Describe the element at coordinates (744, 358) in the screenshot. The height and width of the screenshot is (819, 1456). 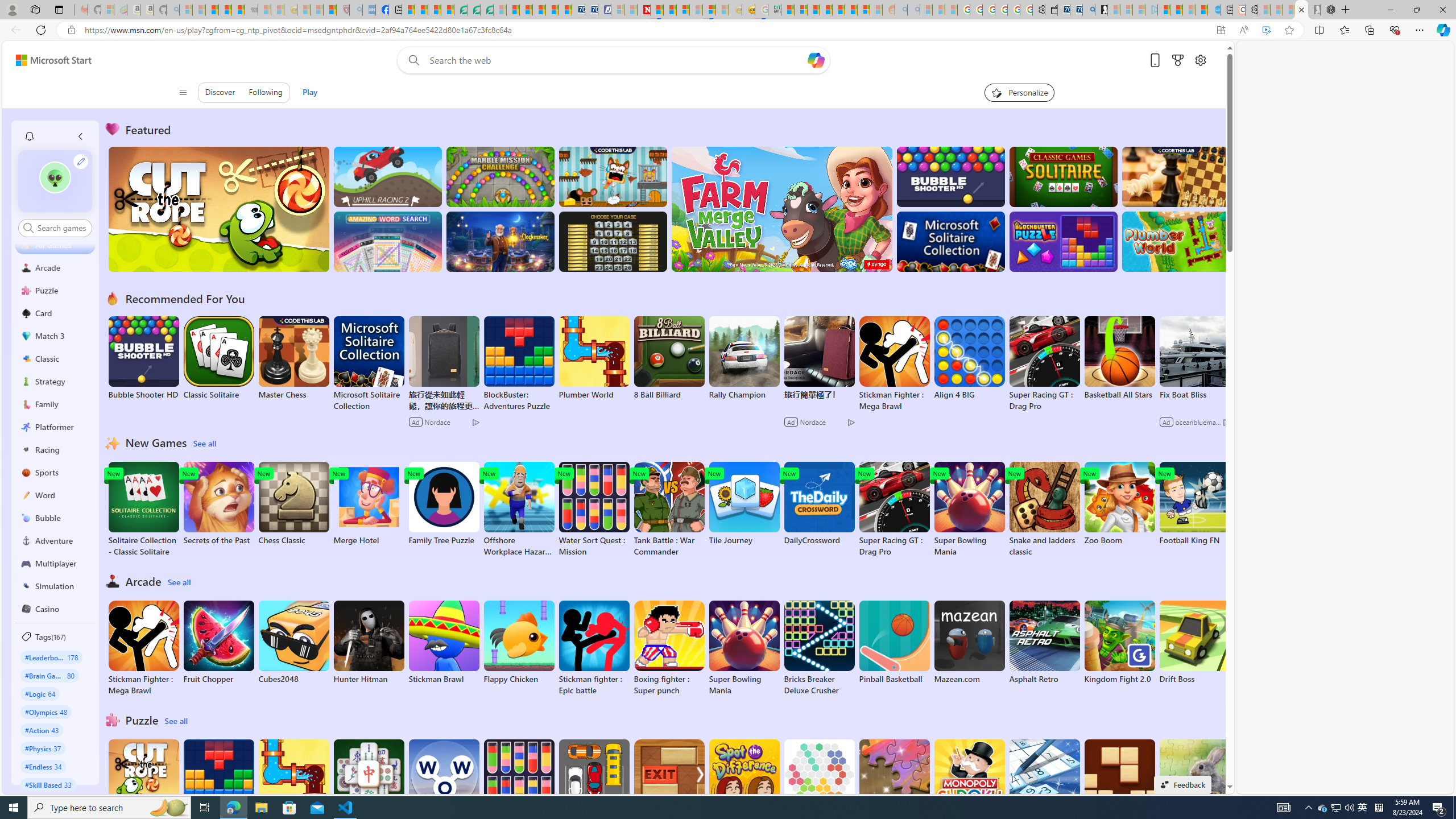
I see `'Rally Champion'` at that location.